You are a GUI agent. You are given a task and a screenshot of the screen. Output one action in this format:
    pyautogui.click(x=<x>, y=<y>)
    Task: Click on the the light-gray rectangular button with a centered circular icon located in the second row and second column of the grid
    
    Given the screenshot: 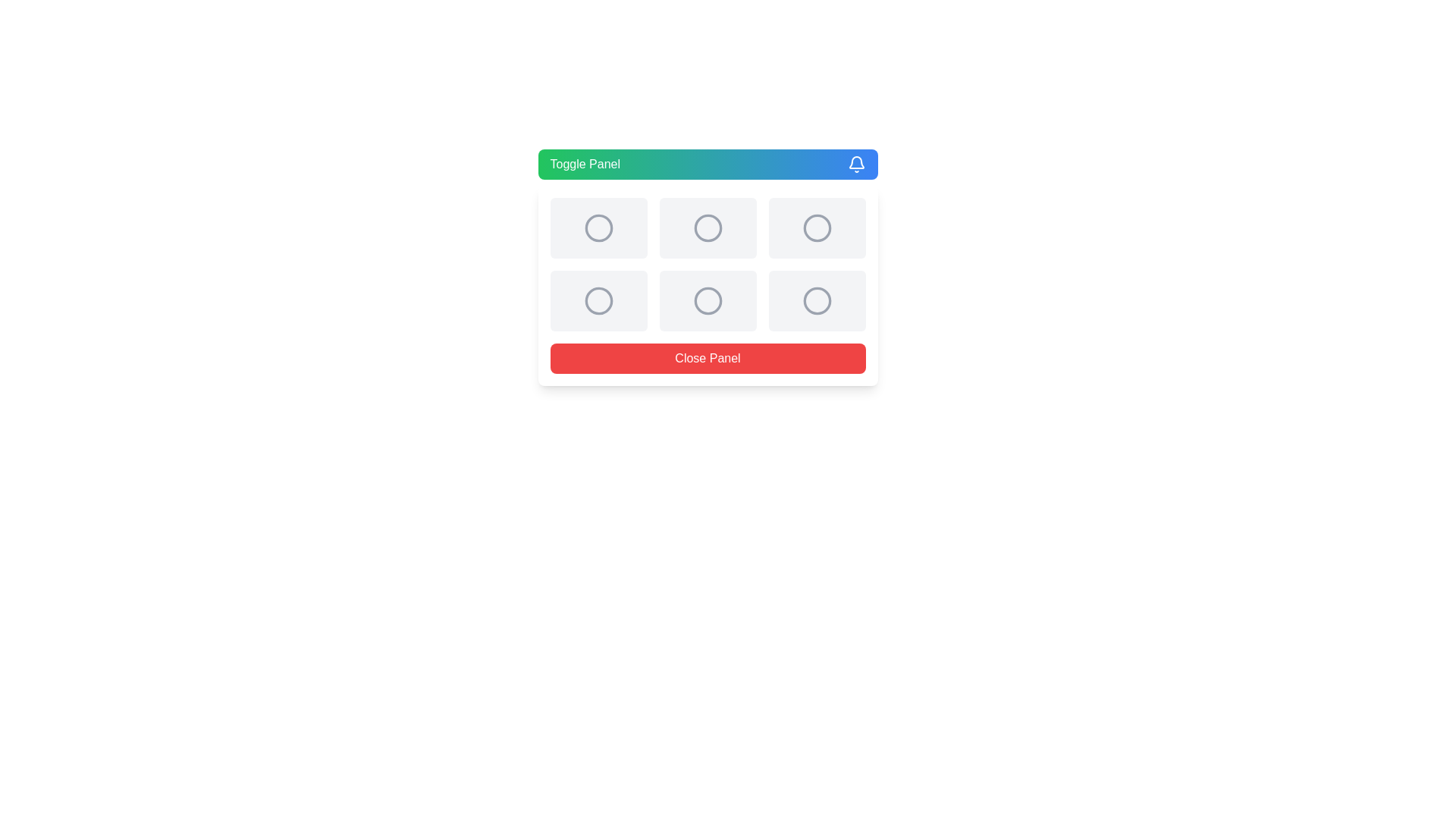 What is the action you would take?
    pyautogui.click(x=707, y=301)
    